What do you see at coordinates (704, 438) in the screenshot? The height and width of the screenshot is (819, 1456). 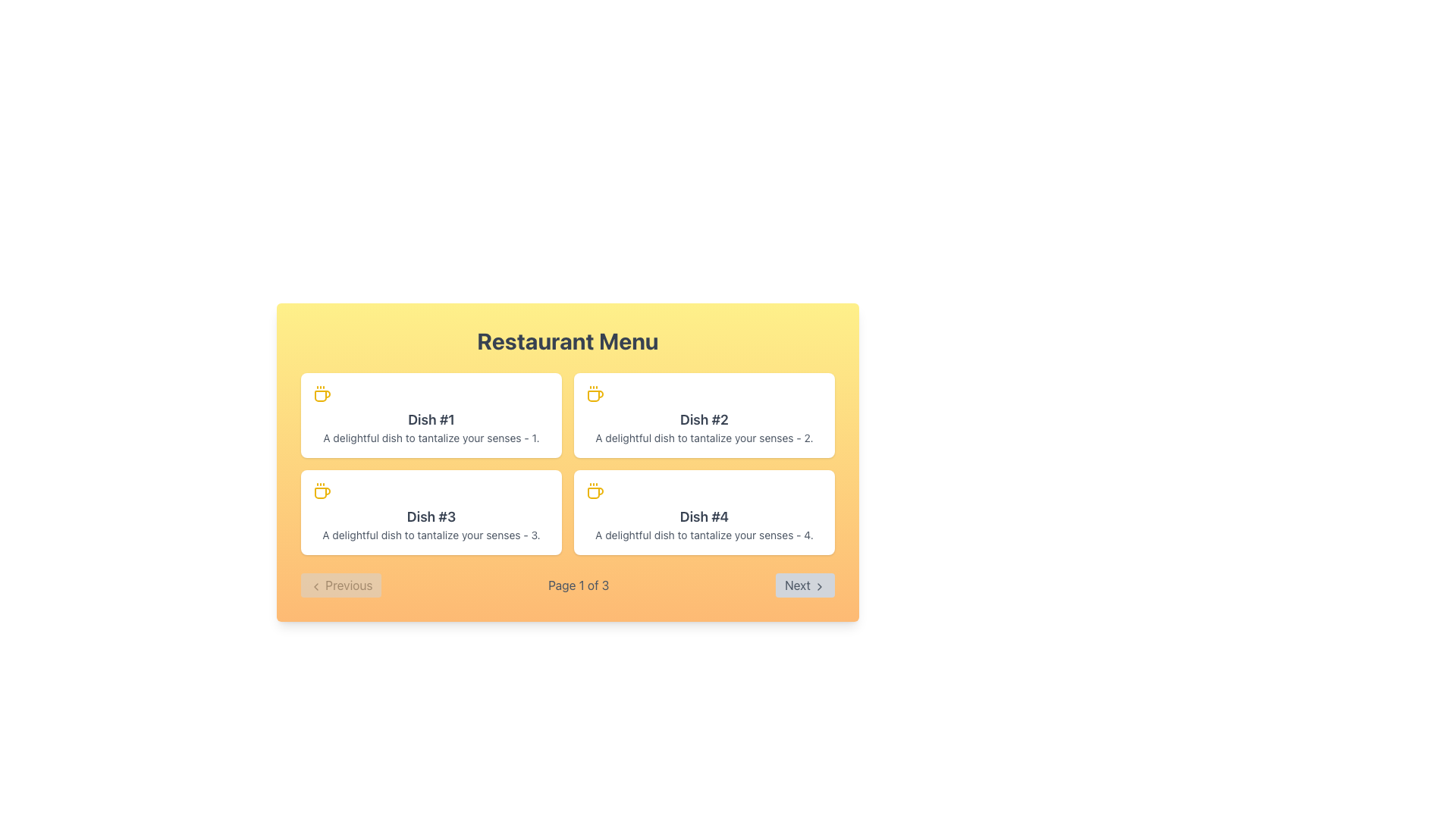 I see `descriptive text displaying 'A delightful dish to tantalize your senses - 2.' located below the title 'Dish #2' in the top-right dish card of the menu` at bounding box center [704, 438].